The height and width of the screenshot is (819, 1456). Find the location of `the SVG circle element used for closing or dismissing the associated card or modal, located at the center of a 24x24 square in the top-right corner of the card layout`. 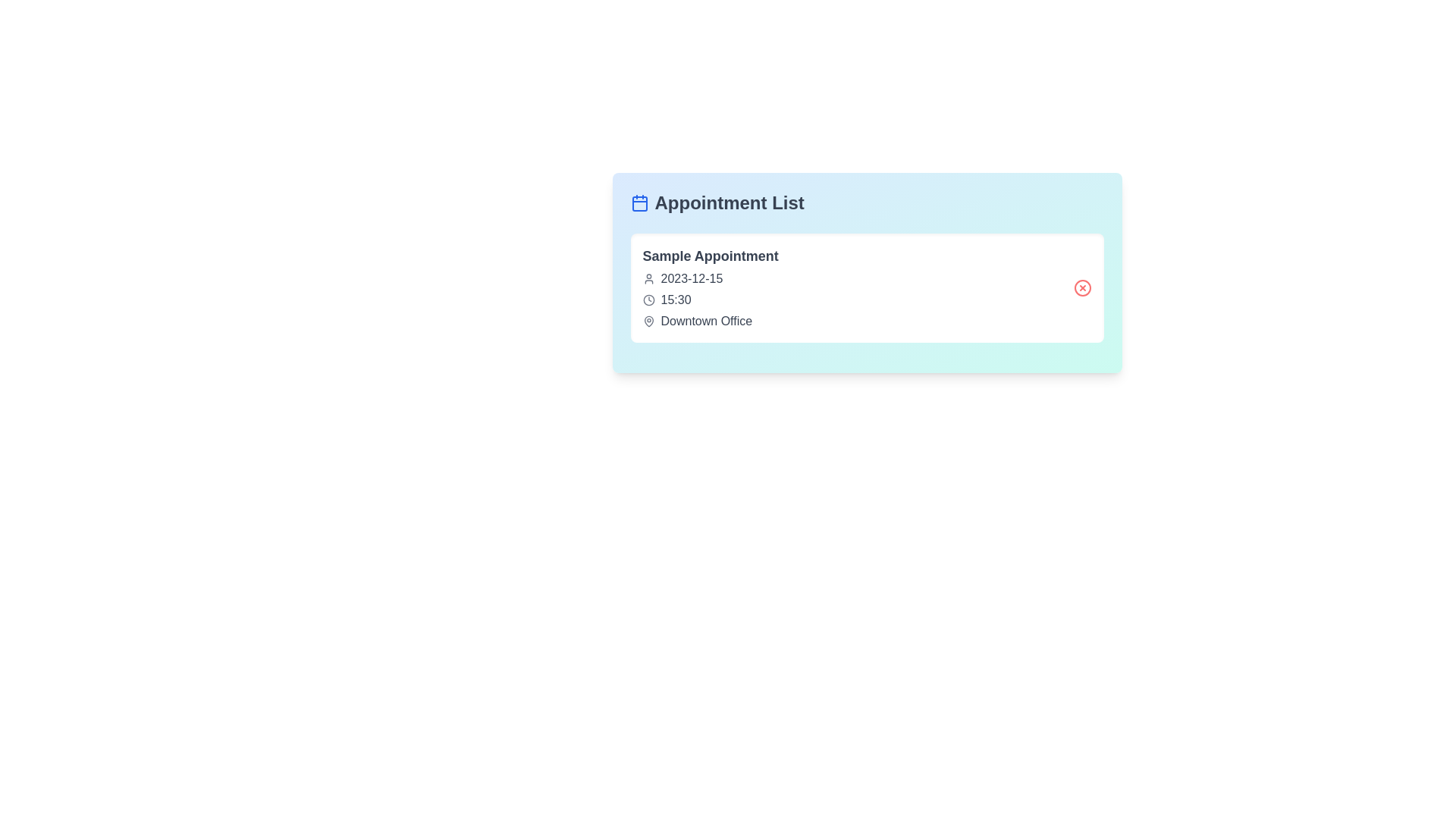

the SVG circle element used for closing or dismissing the associated card or modal, located at the center of a 24x24 square in the top-right corner of the card layout is located at coordinates (1081, 288).